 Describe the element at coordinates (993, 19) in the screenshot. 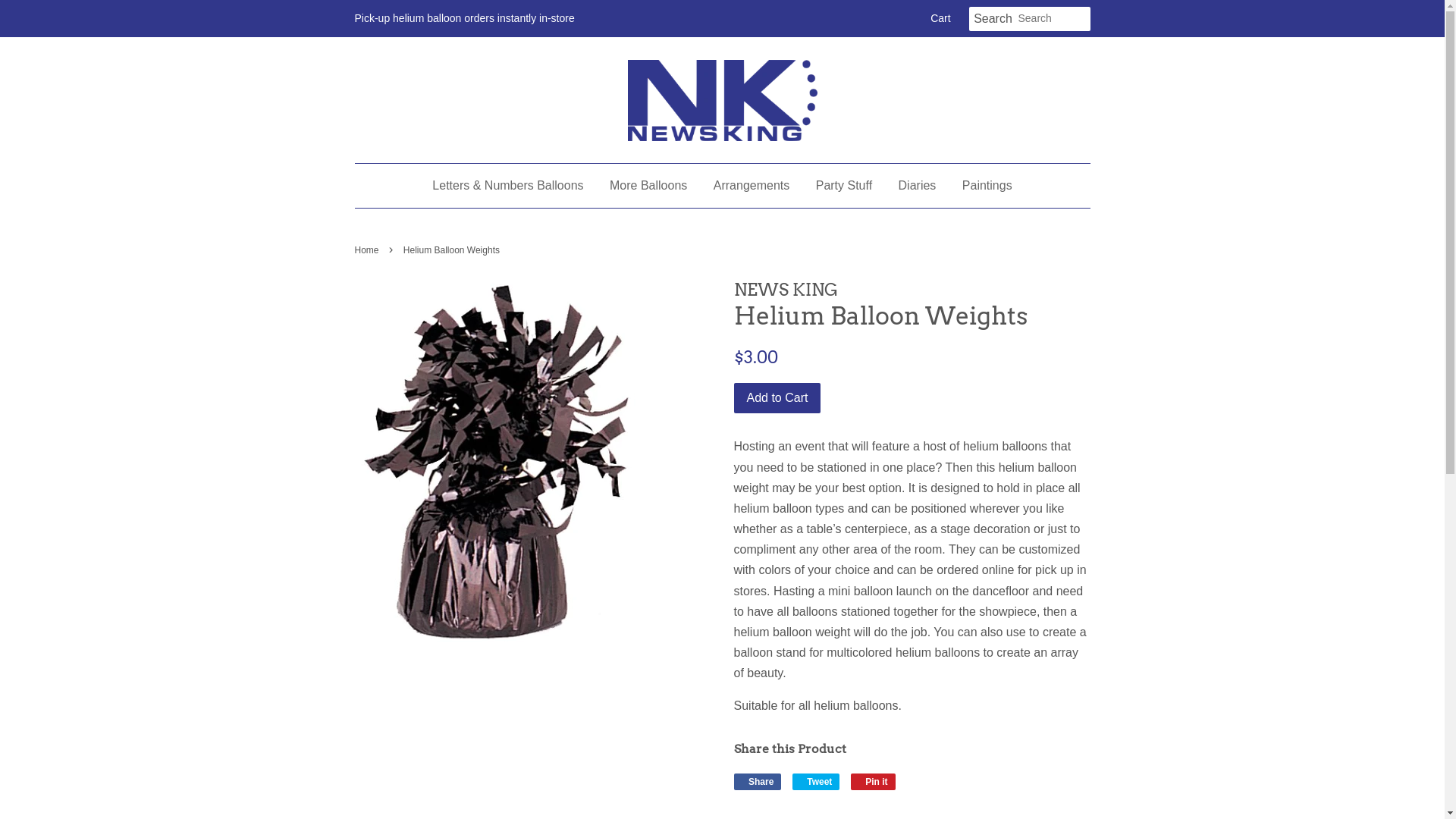

I see `'Search'` at that location.